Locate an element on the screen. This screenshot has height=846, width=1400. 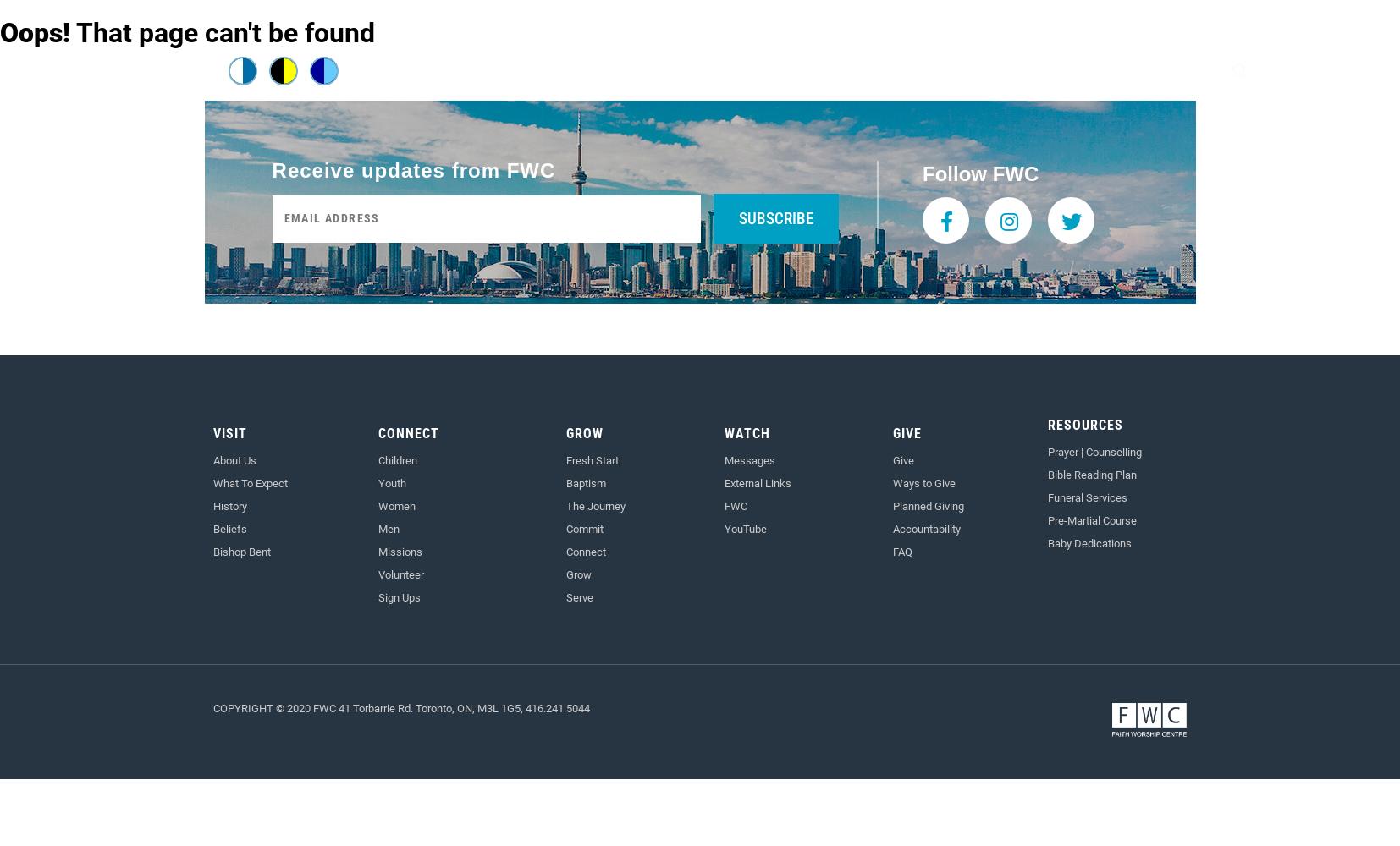
'Visit' is located at coordinates (229, 433).